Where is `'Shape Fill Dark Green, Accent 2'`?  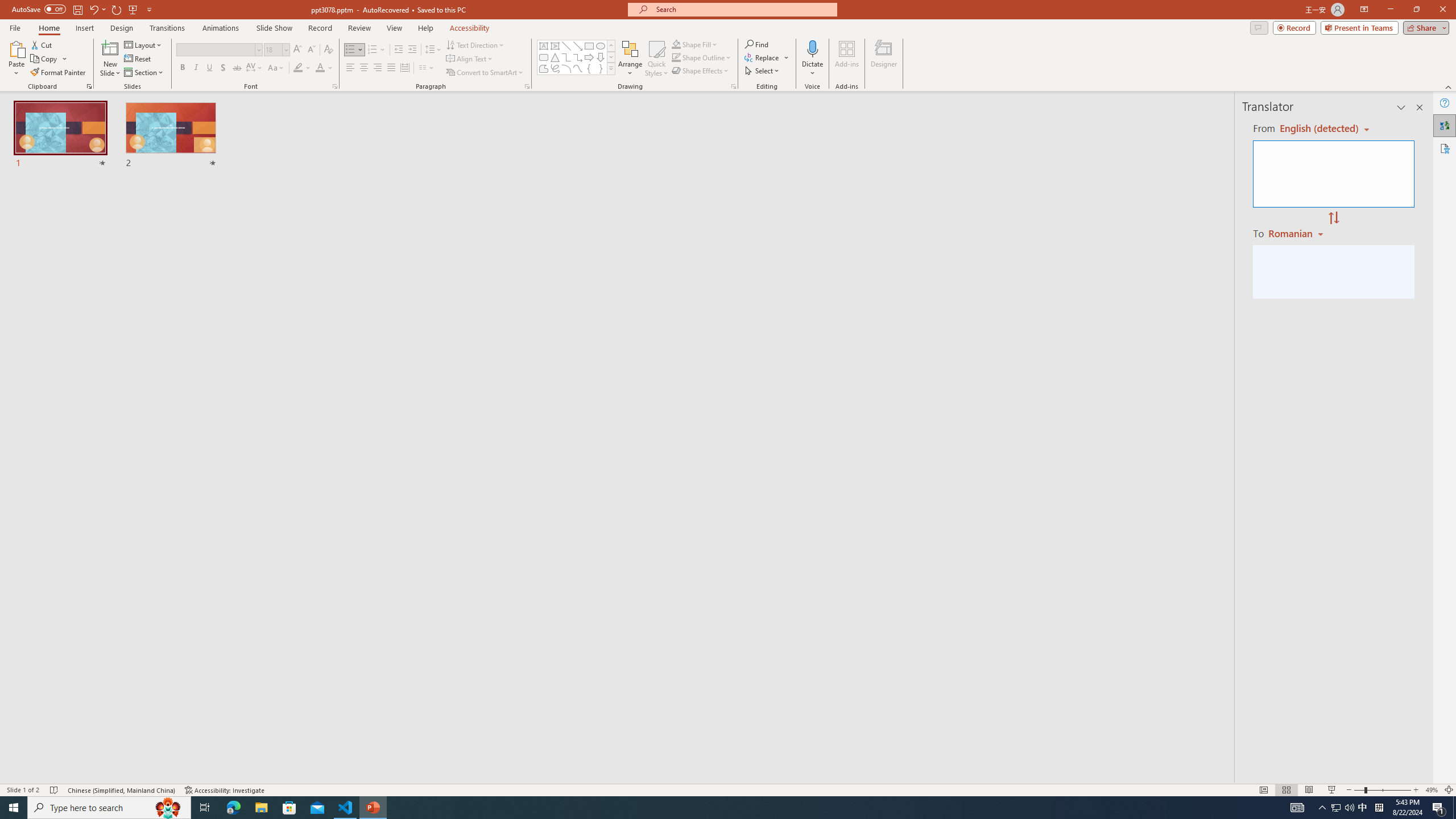
'Shape Fill Dark Green, Accent 2' is located at coordinates (676, 44).